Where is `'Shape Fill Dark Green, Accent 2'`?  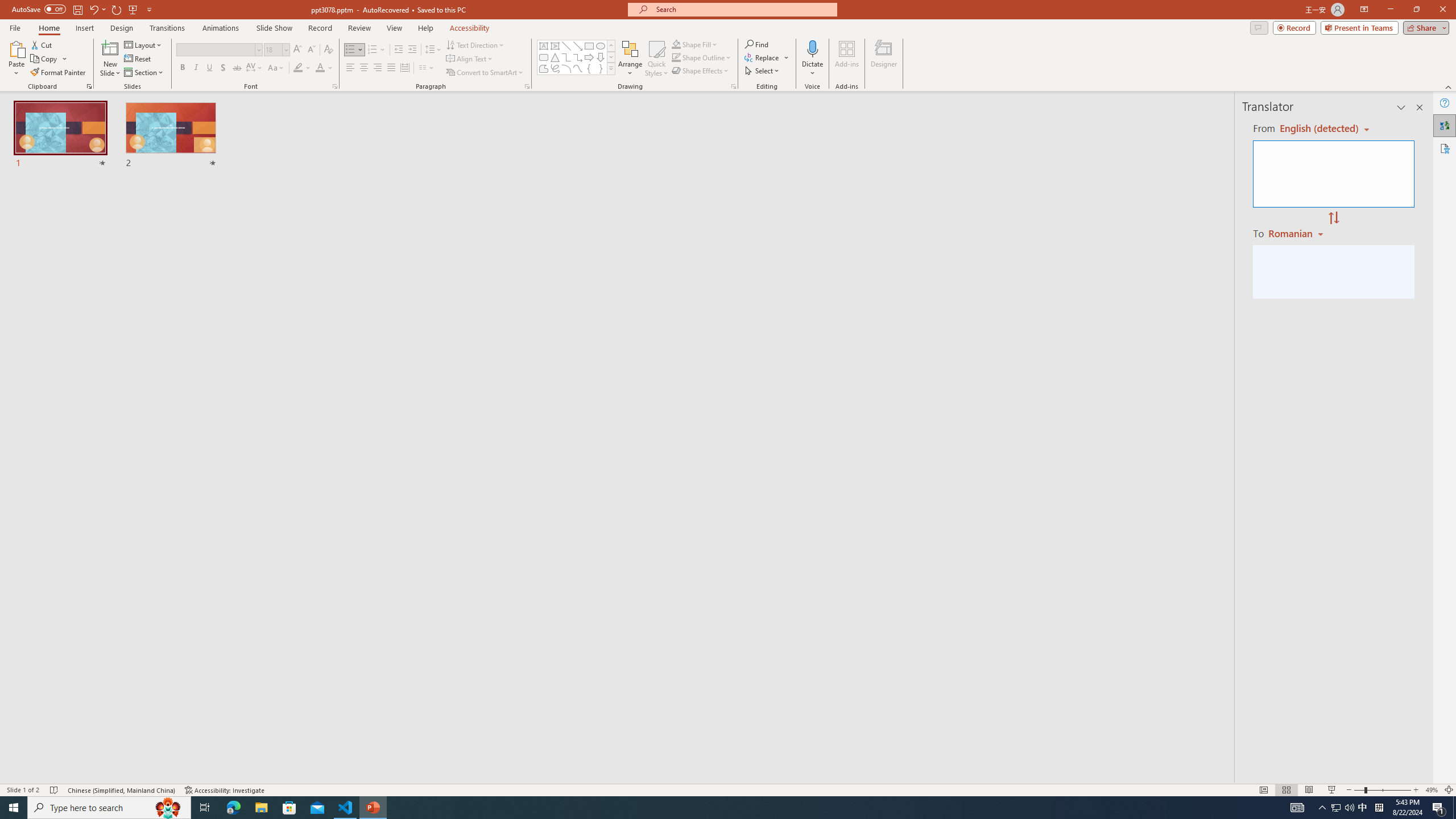
'Shape Fill Dark Green, Accent 2' is located at coordinates (676, 44).